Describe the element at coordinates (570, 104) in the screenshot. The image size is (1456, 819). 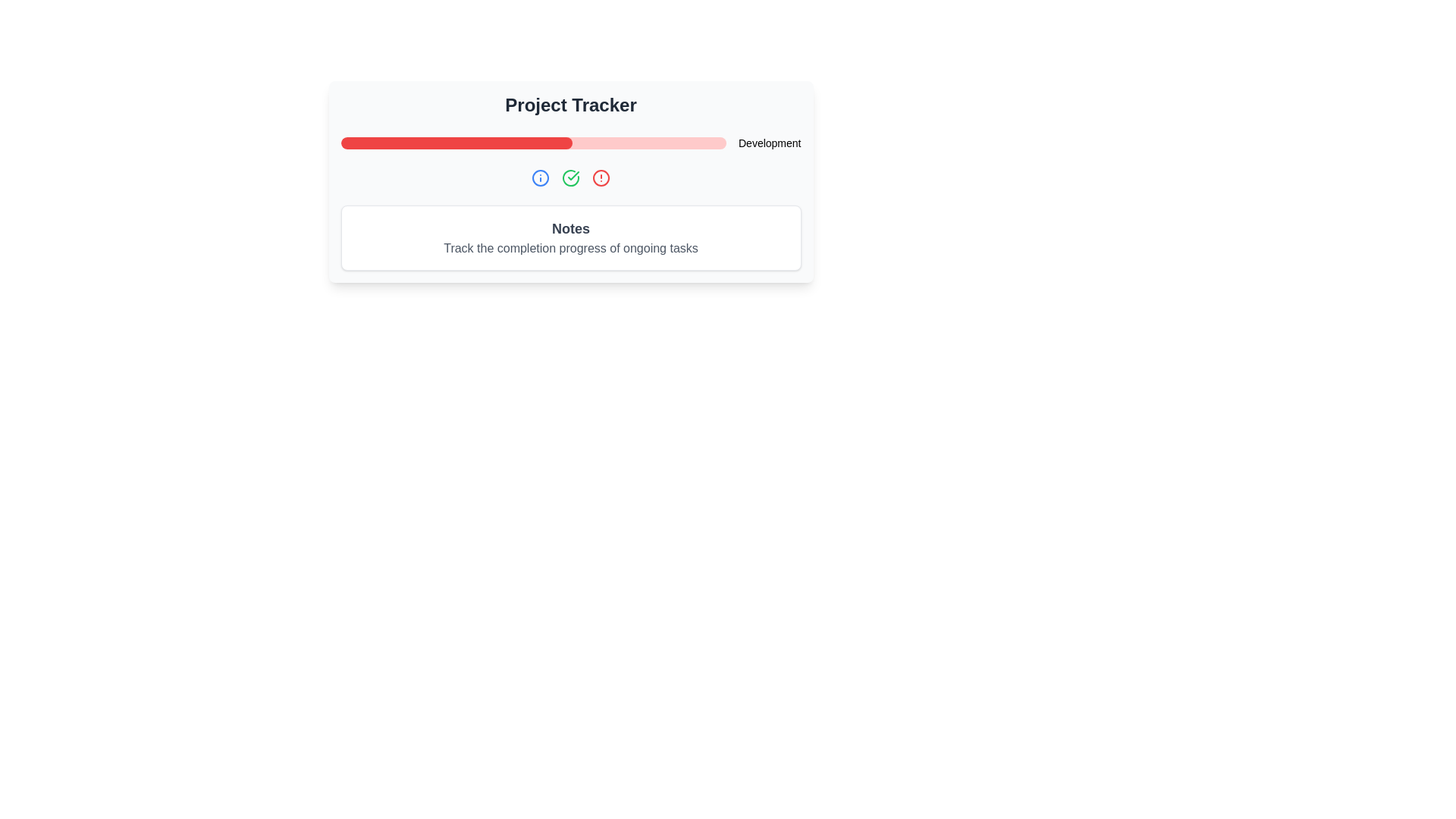
I see `the title text element indicating 'Project Tracker', which is the topmost component in its section and horizontally centered above the progress bar and other elements` at that location.